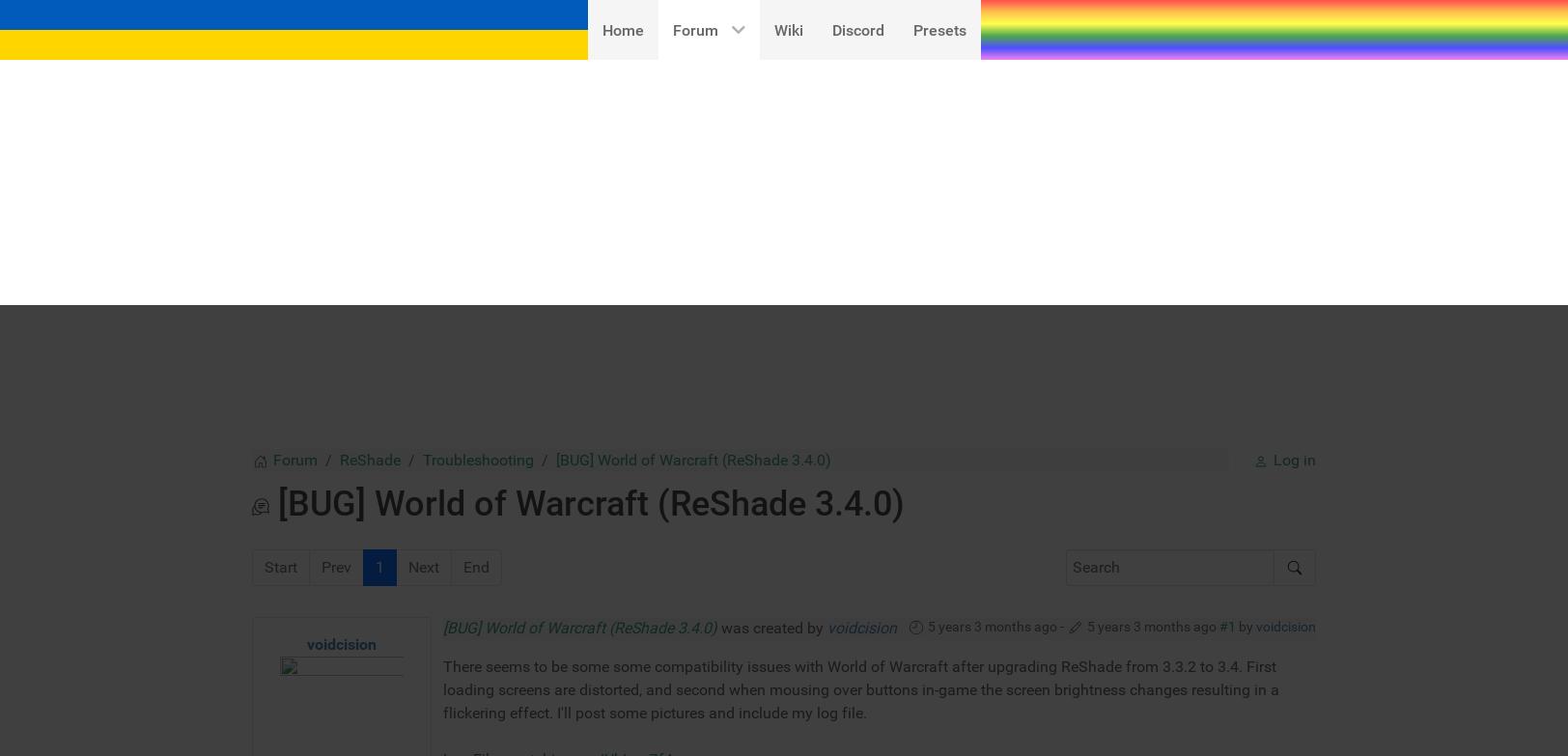 The image size is (1568, 756). What do you see at coordinates (281, 261) in the screenshot?
I see `'Start'` at bounding box center [281, 261].